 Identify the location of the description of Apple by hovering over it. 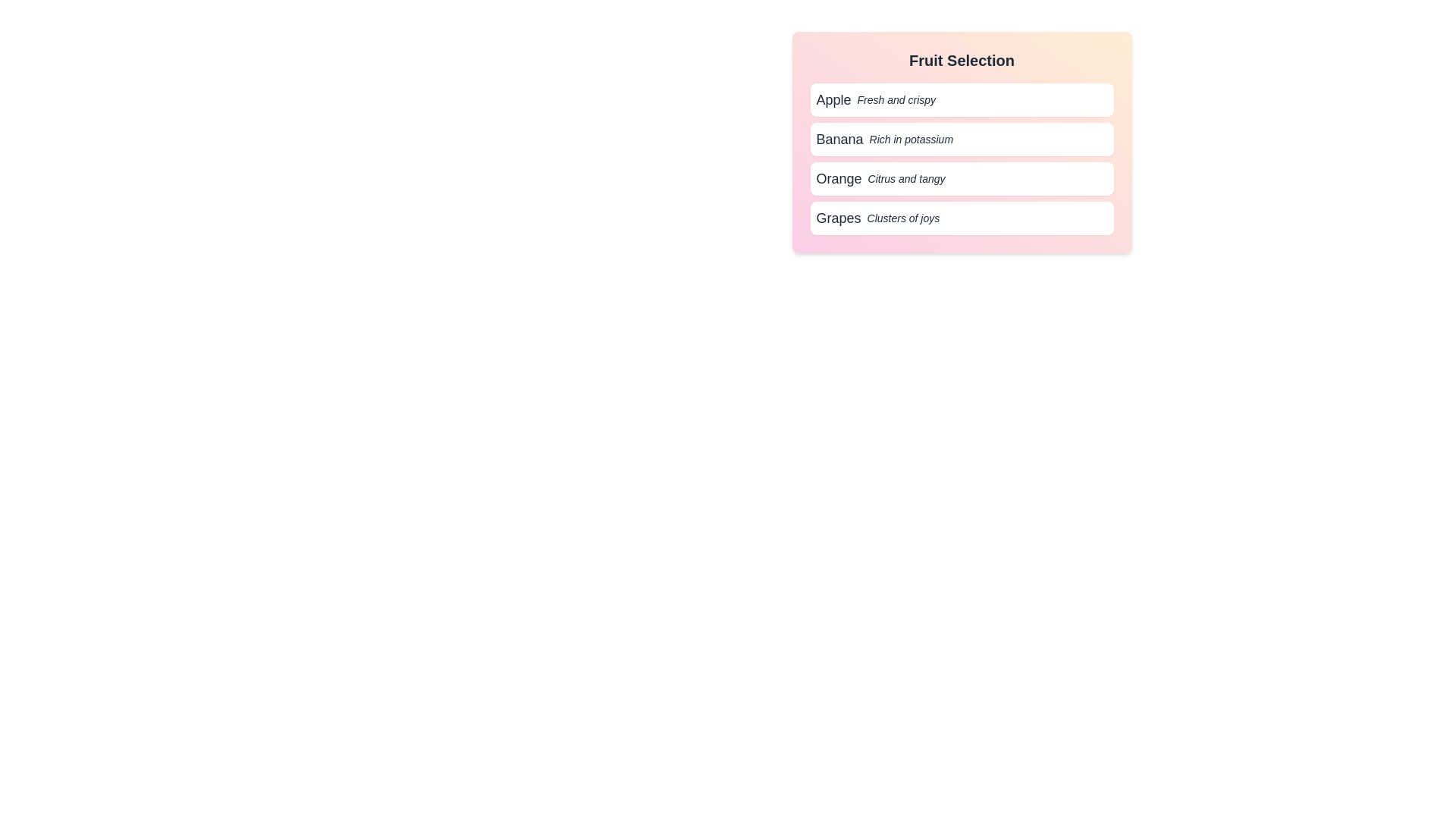
(961, 99).